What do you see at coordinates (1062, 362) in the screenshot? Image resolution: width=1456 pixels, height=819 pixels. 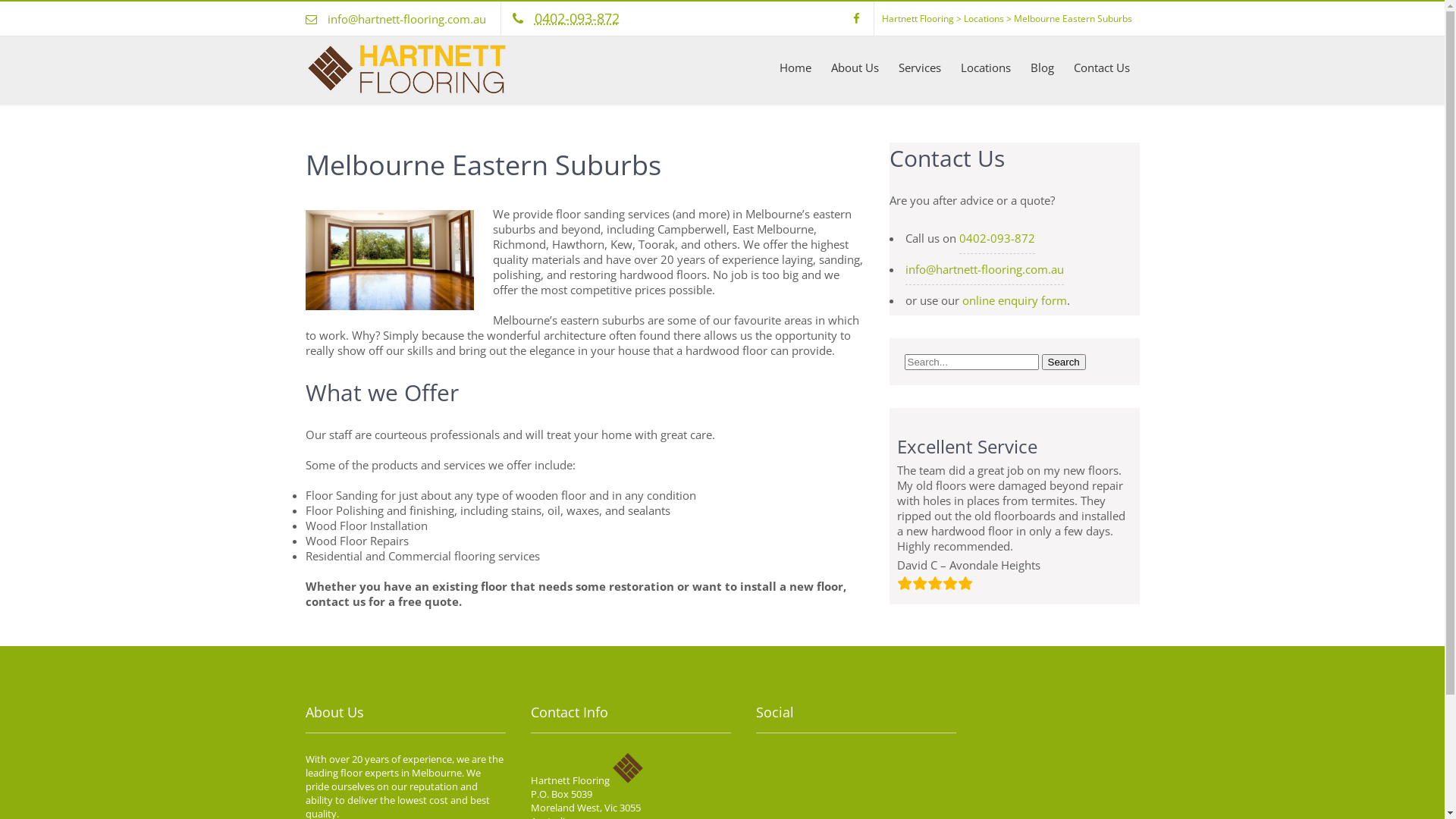 I see `'Search'` at bounding box center [1062, 362].